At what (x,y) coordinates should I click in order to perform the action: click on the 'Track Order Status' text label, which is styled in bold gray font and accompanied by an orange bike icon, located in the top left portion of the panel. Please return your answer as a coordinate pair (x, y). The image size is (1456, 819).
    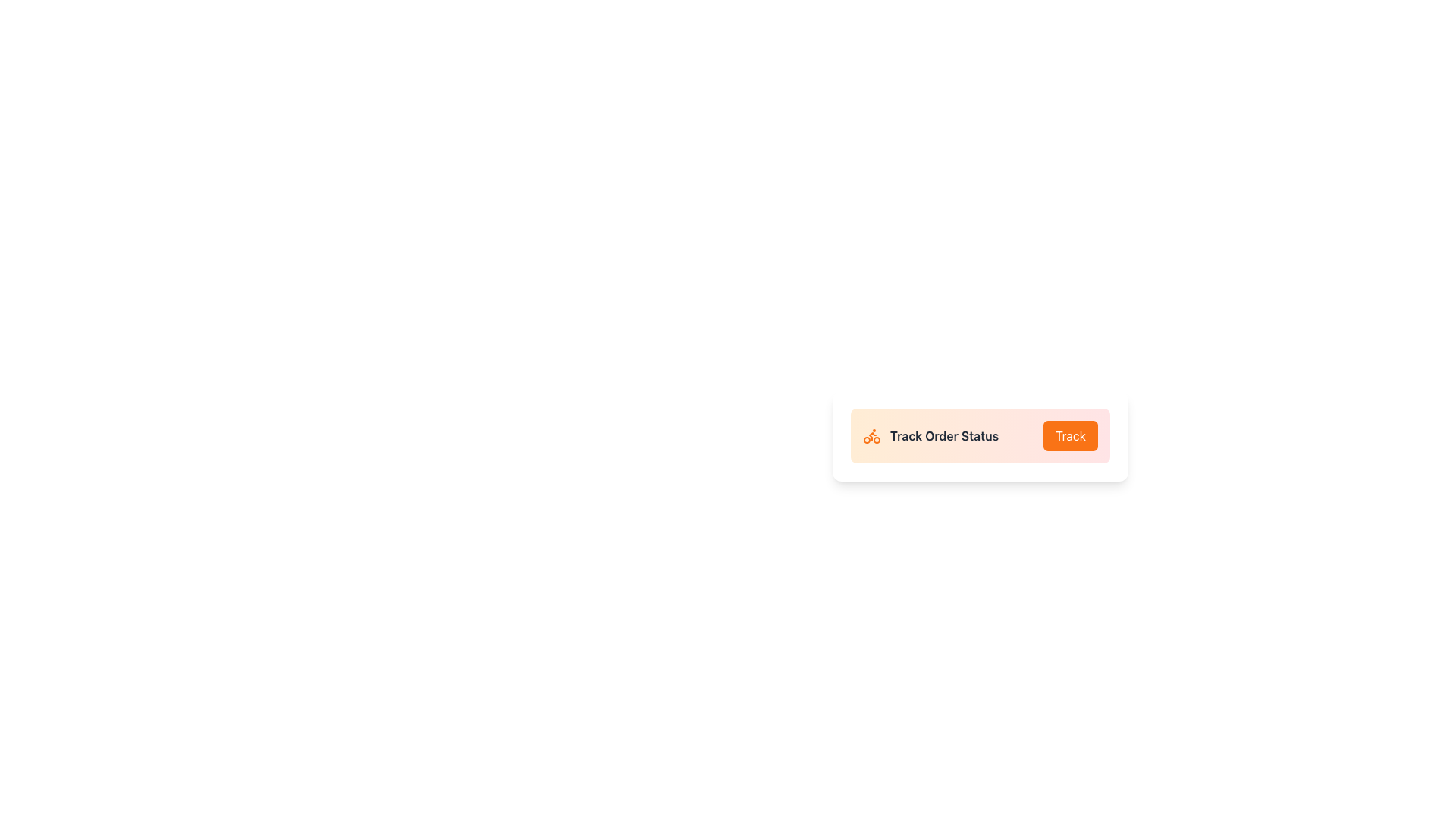
    Looking at the image, I should click on (930, 435).